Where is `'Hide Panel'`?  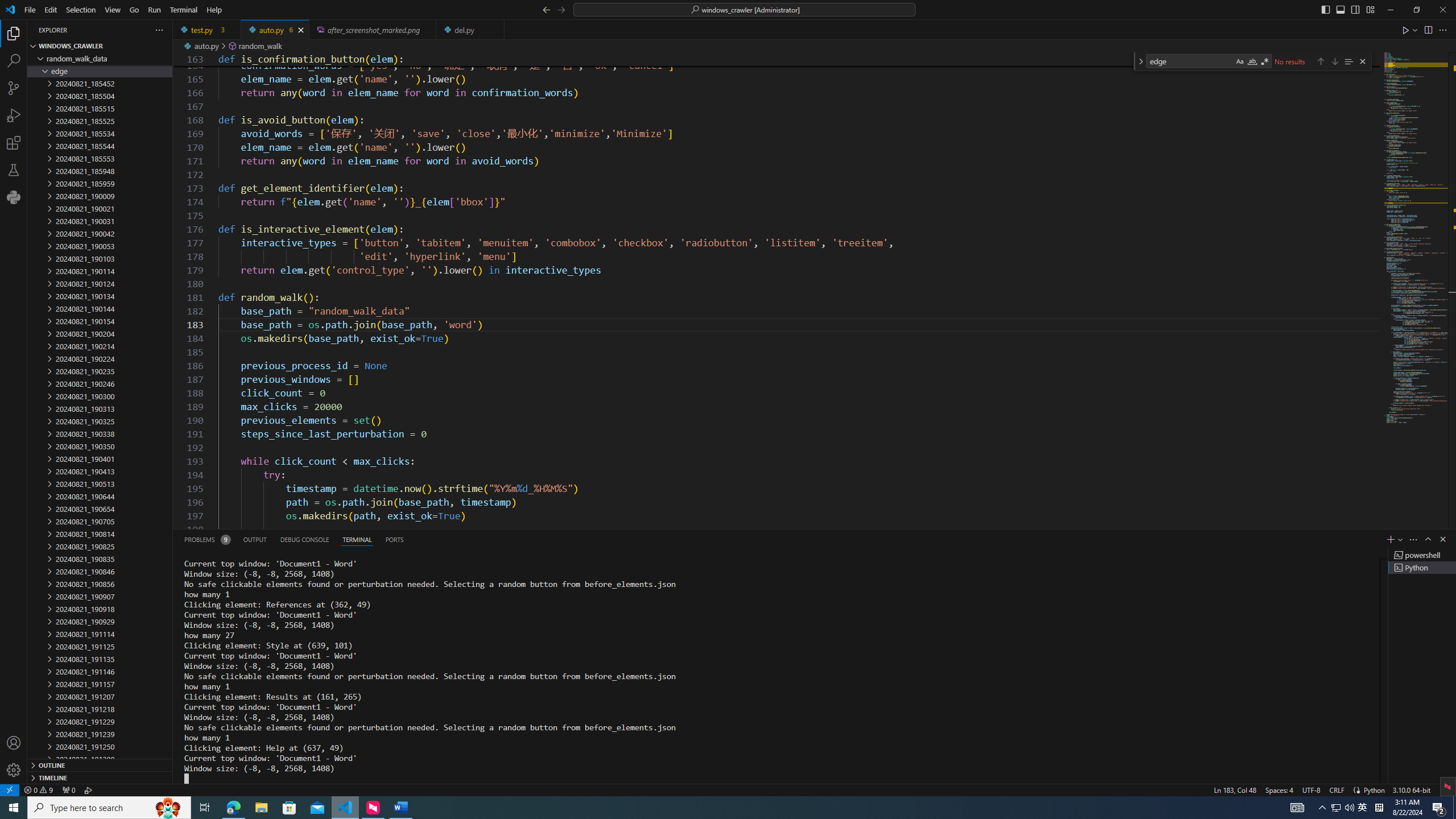
'Hide Panel' is located at coordinates (1442, 539).